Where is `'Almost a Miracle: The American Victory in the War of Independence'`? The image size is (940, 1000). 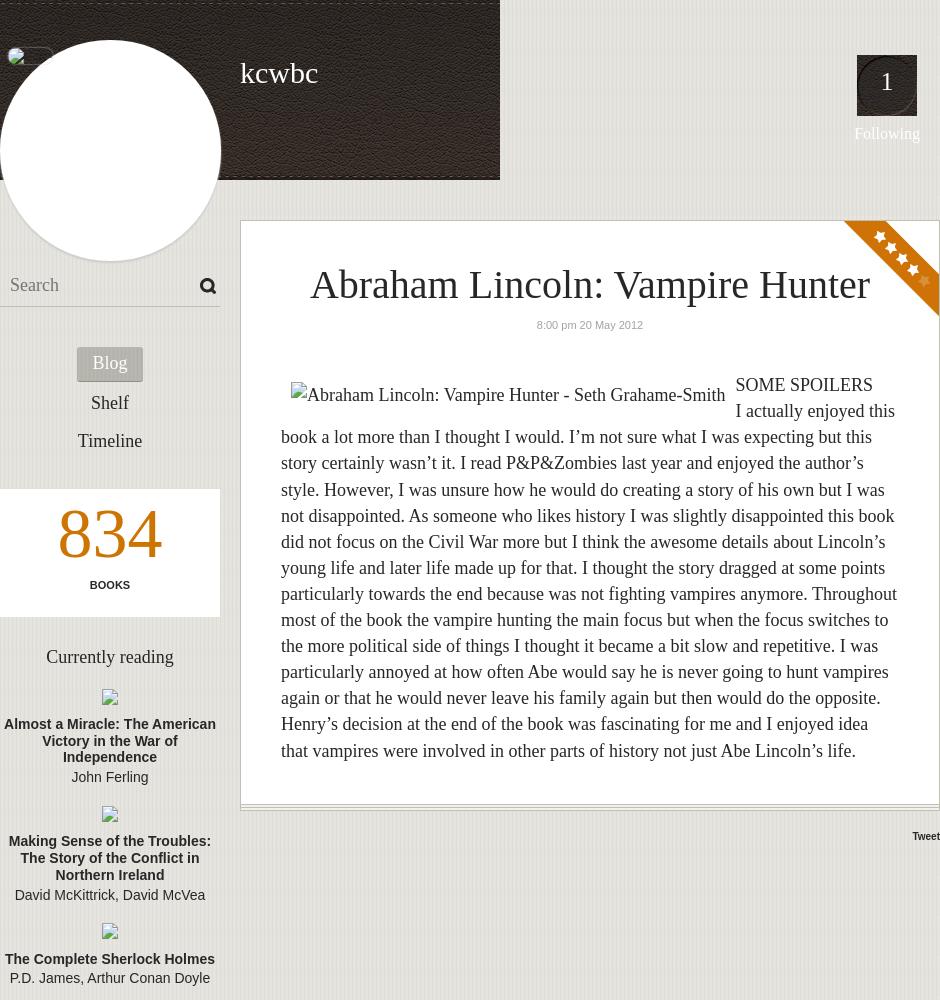 'Almost a Miracle: The American Victory in the War of Independence' is located at coordinates (4, 739).